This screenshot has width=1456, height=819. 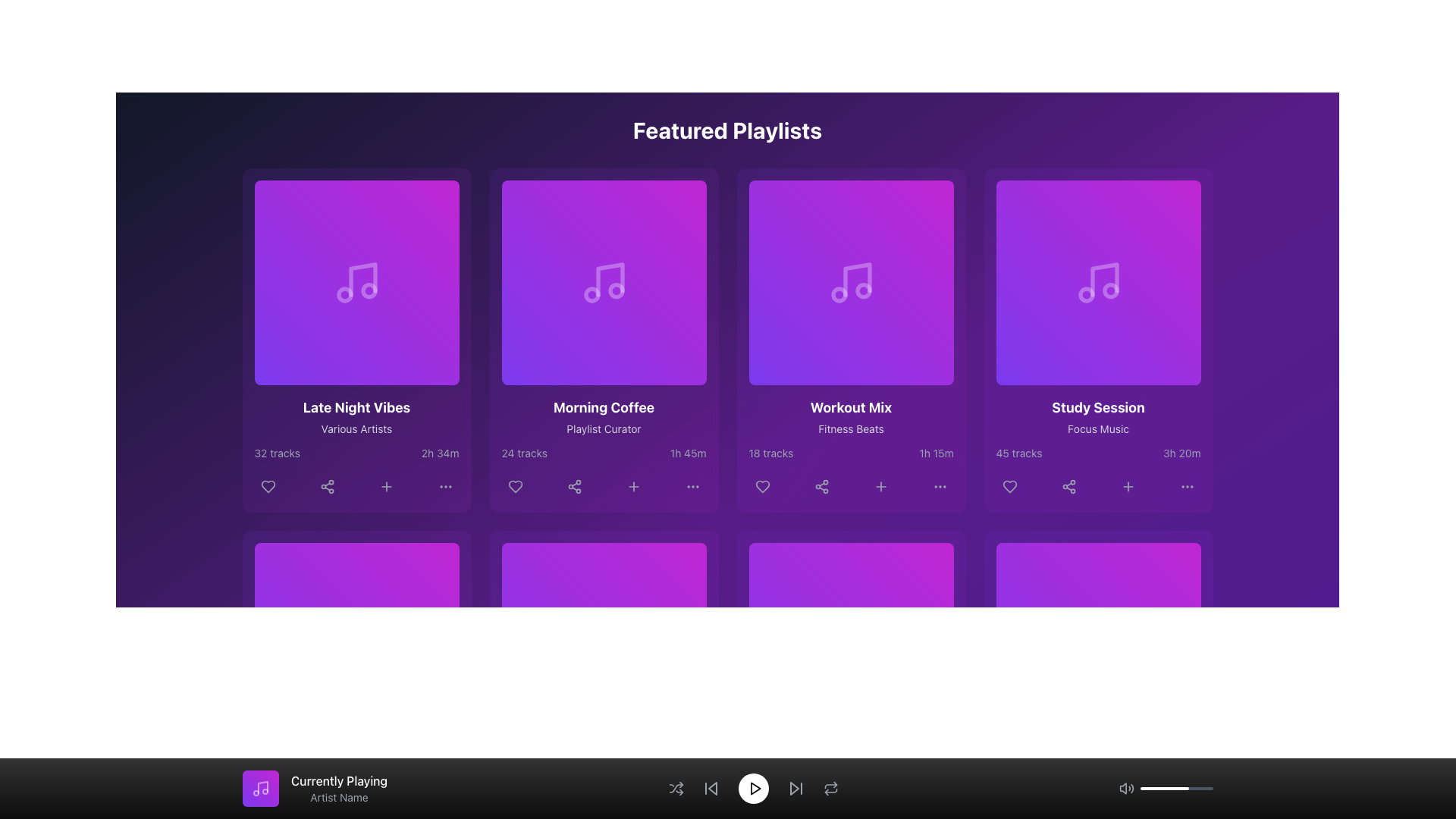 What do you see at coordinates (616, 290) in the screenshot?
I see `the small circular graphical element that is part of the music note icon` at bounding box center [616, 290].